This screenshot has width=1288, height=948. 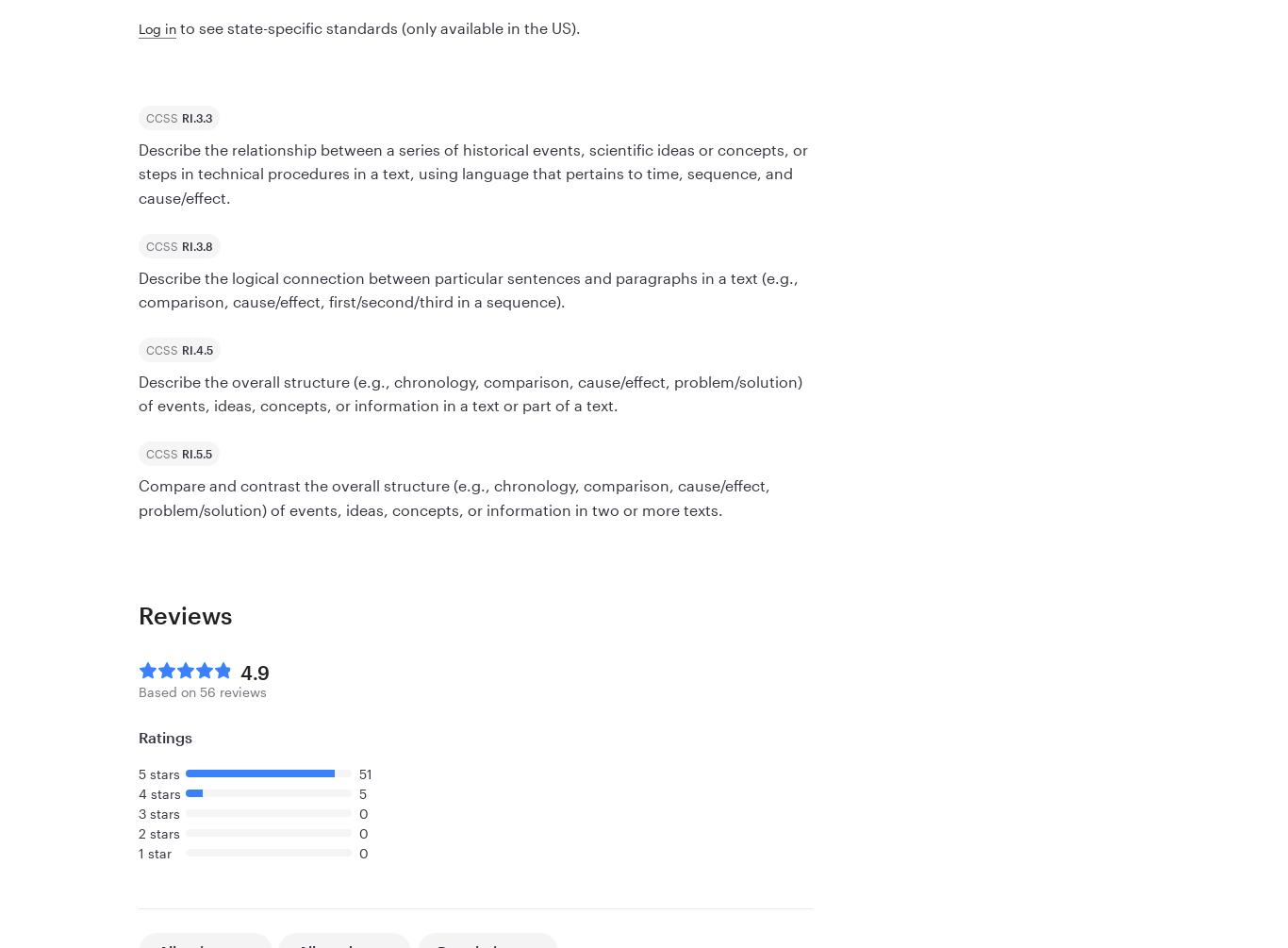 I want to click on 'to see state-specific standards (only available in the US).', so click(x=377, y=27).